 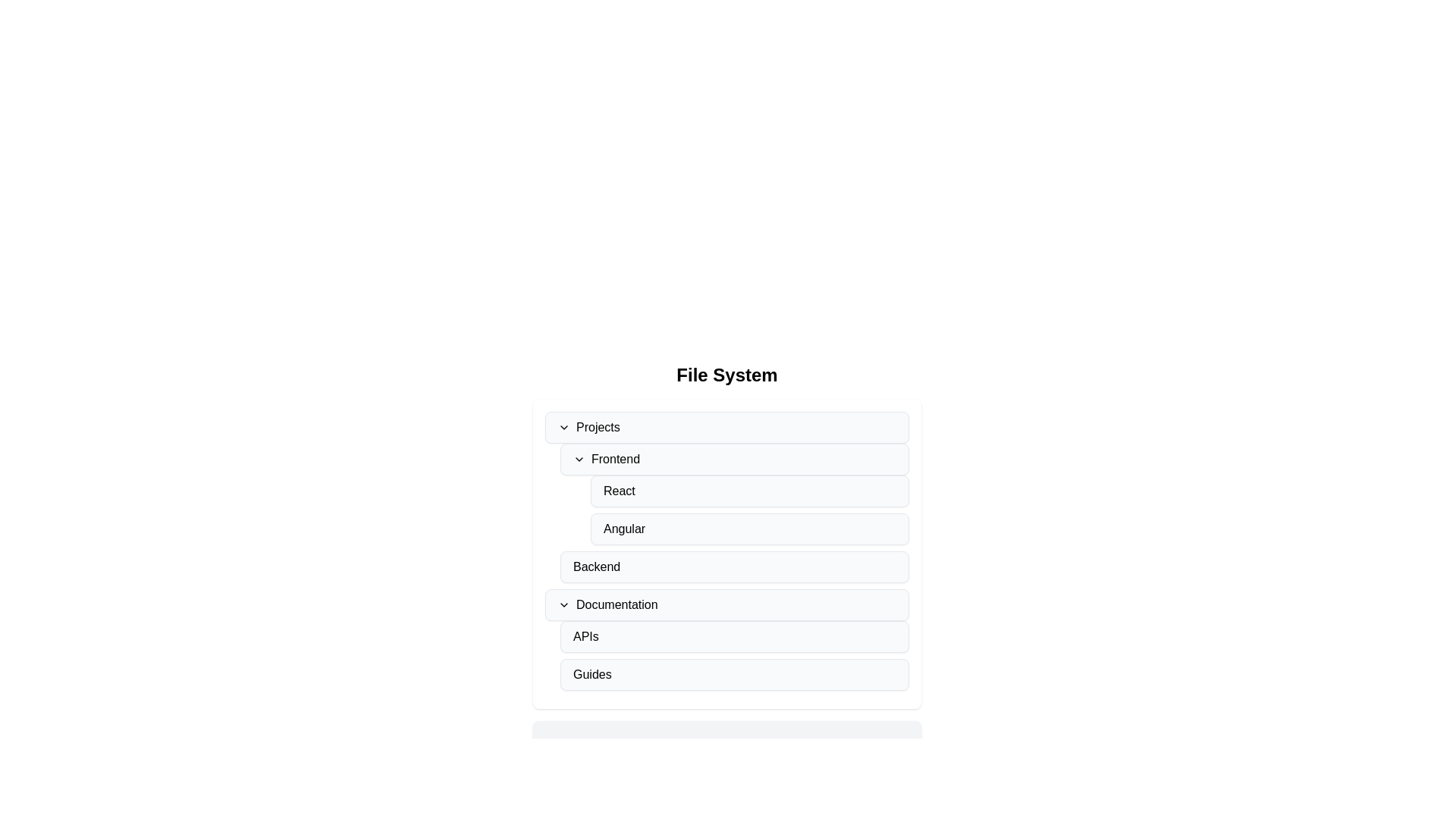 I want to click on the 'Angular' button located within the 'Frontend' subsection under the 'Projects' category for keyboard navigation, so click(x=749, y=529).